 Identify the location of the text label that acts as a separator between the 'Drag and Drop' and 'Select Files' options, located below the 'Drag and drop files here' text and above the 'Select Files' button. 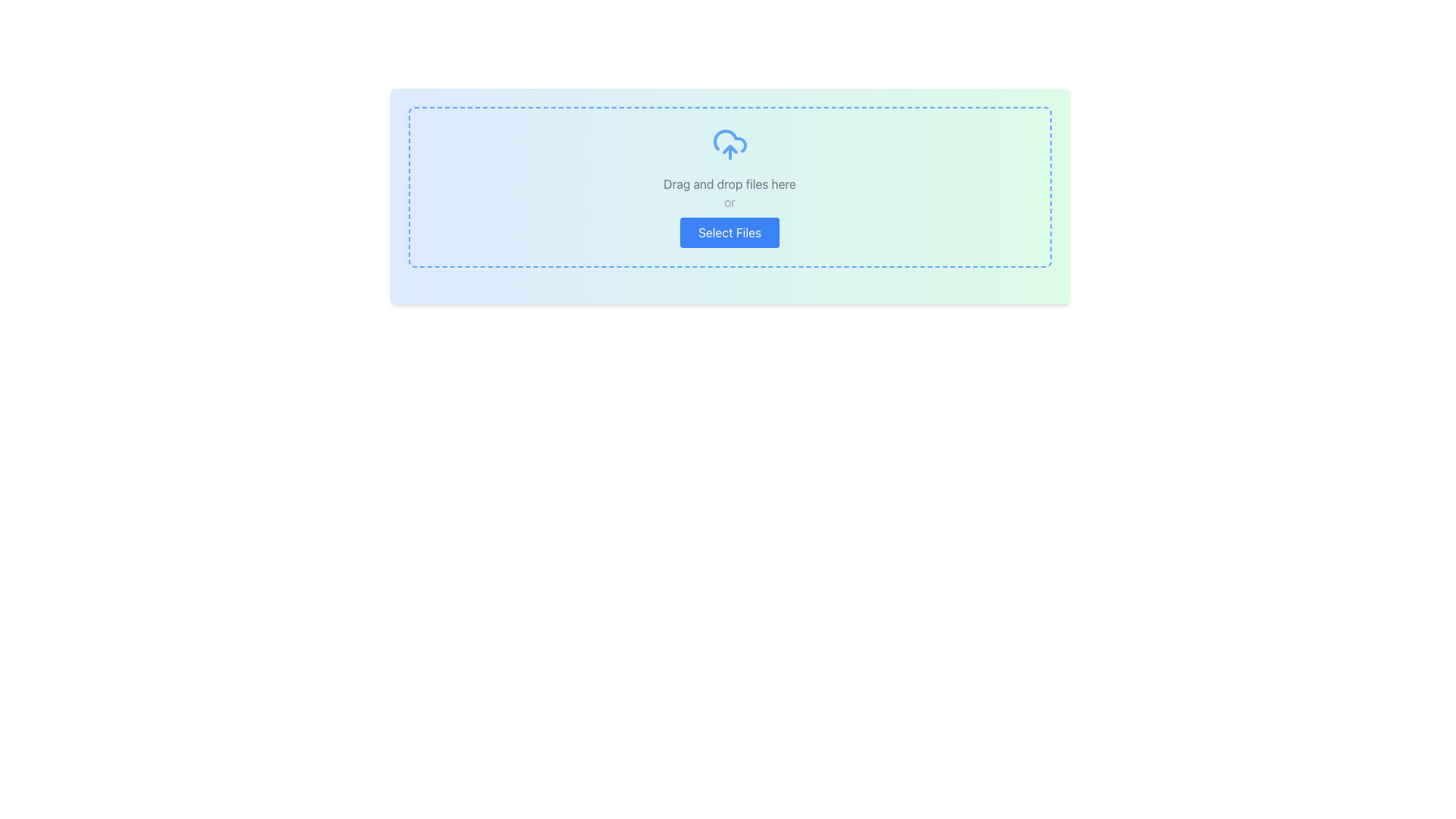
(730, 201).